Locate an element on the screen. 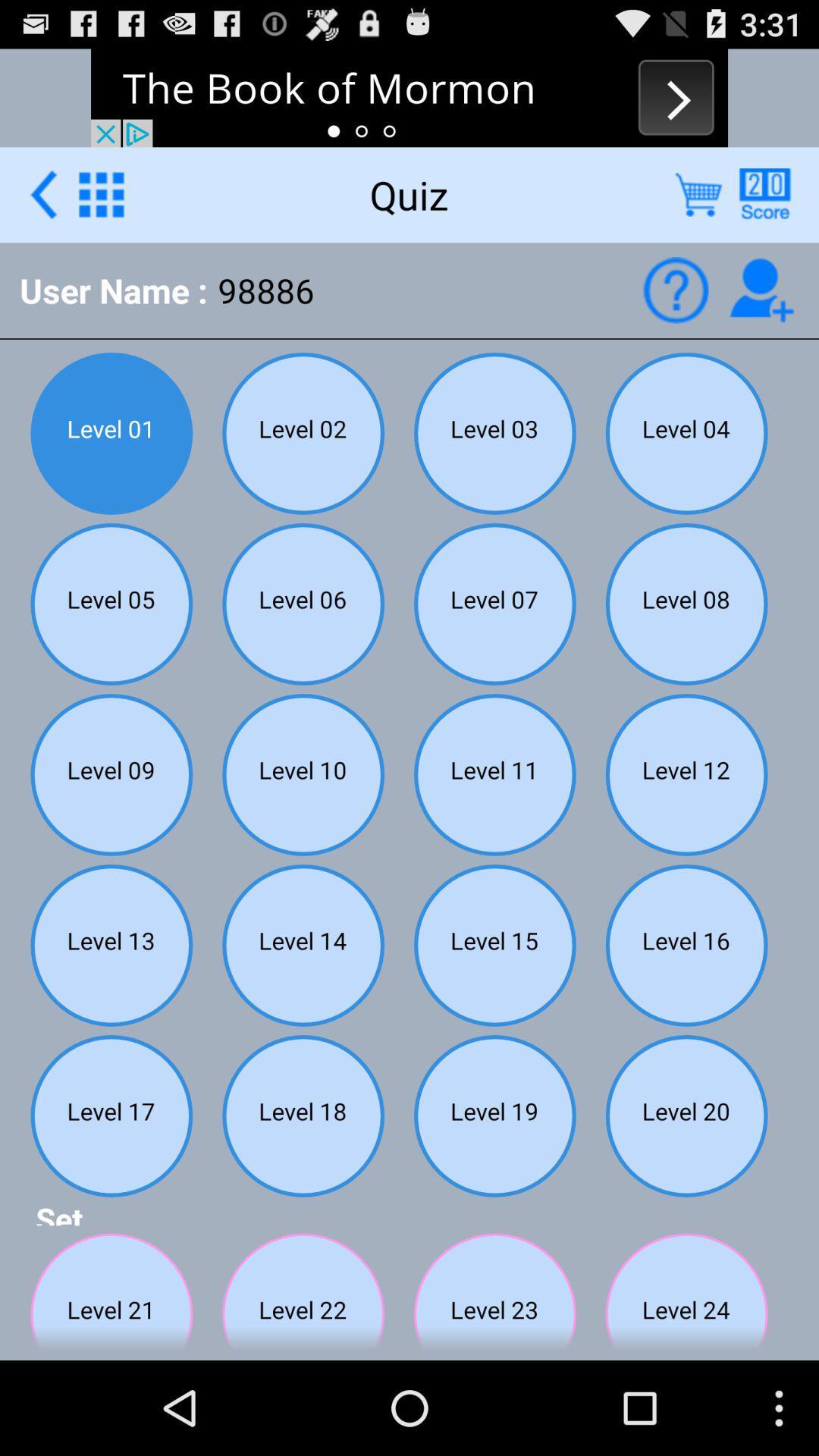 The height and width of the screenshot is (1456, 819). the help icon is located at coordinates (674, 309).